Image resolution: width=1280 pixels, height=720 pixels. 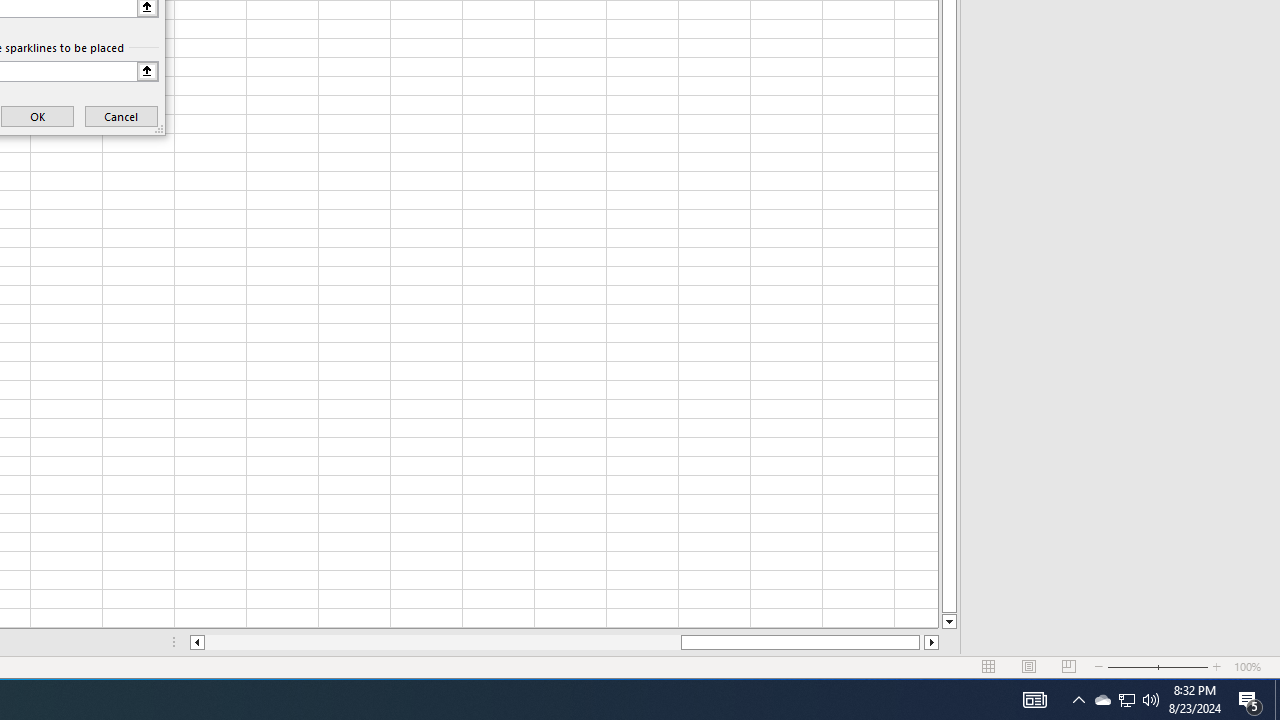 I want to click on 'Page Break Preview', so click(x=1068, y=667).